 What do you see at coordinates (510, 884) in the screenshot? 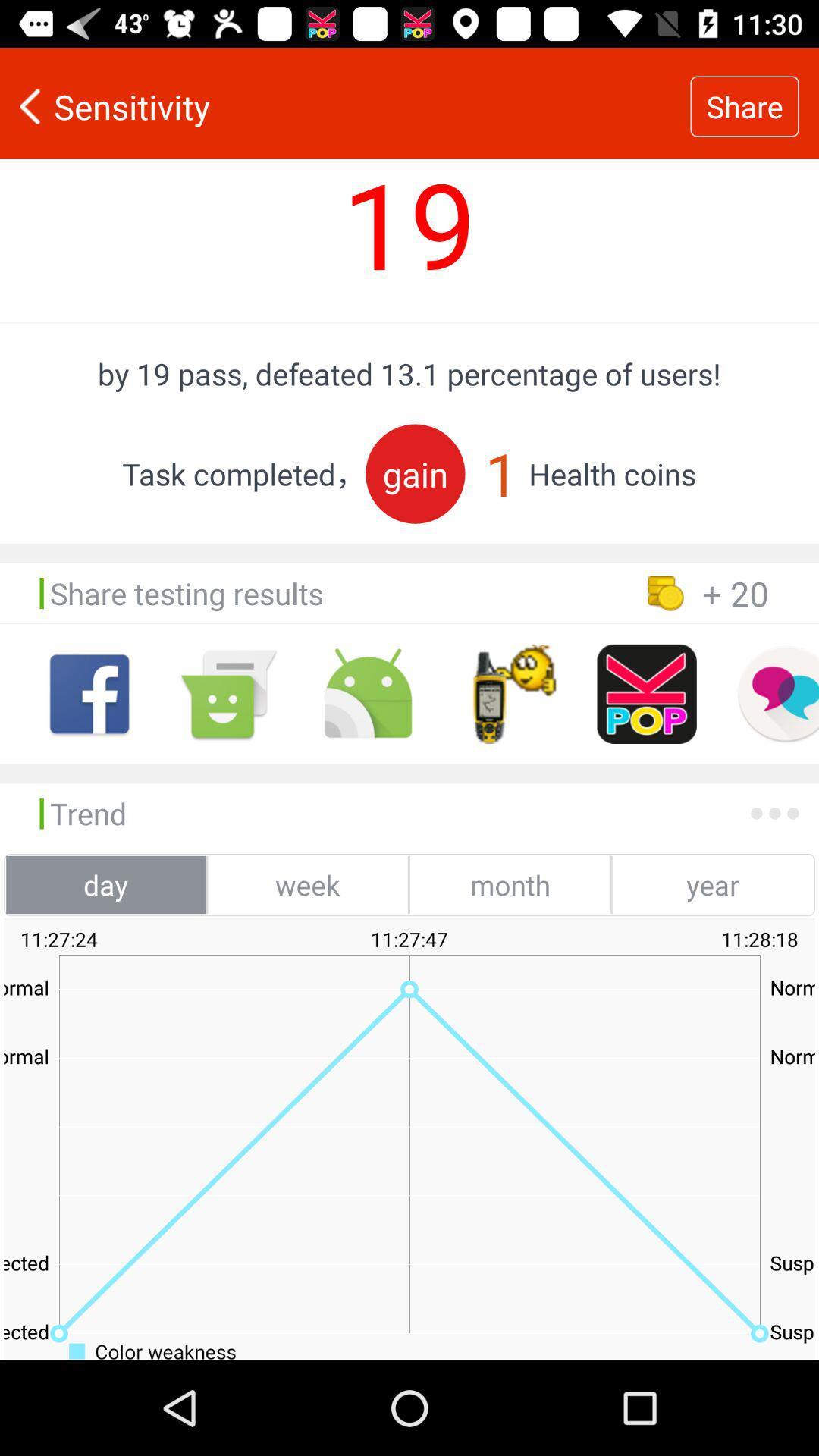
I see `the month icon` at bounding box center [510, 884].